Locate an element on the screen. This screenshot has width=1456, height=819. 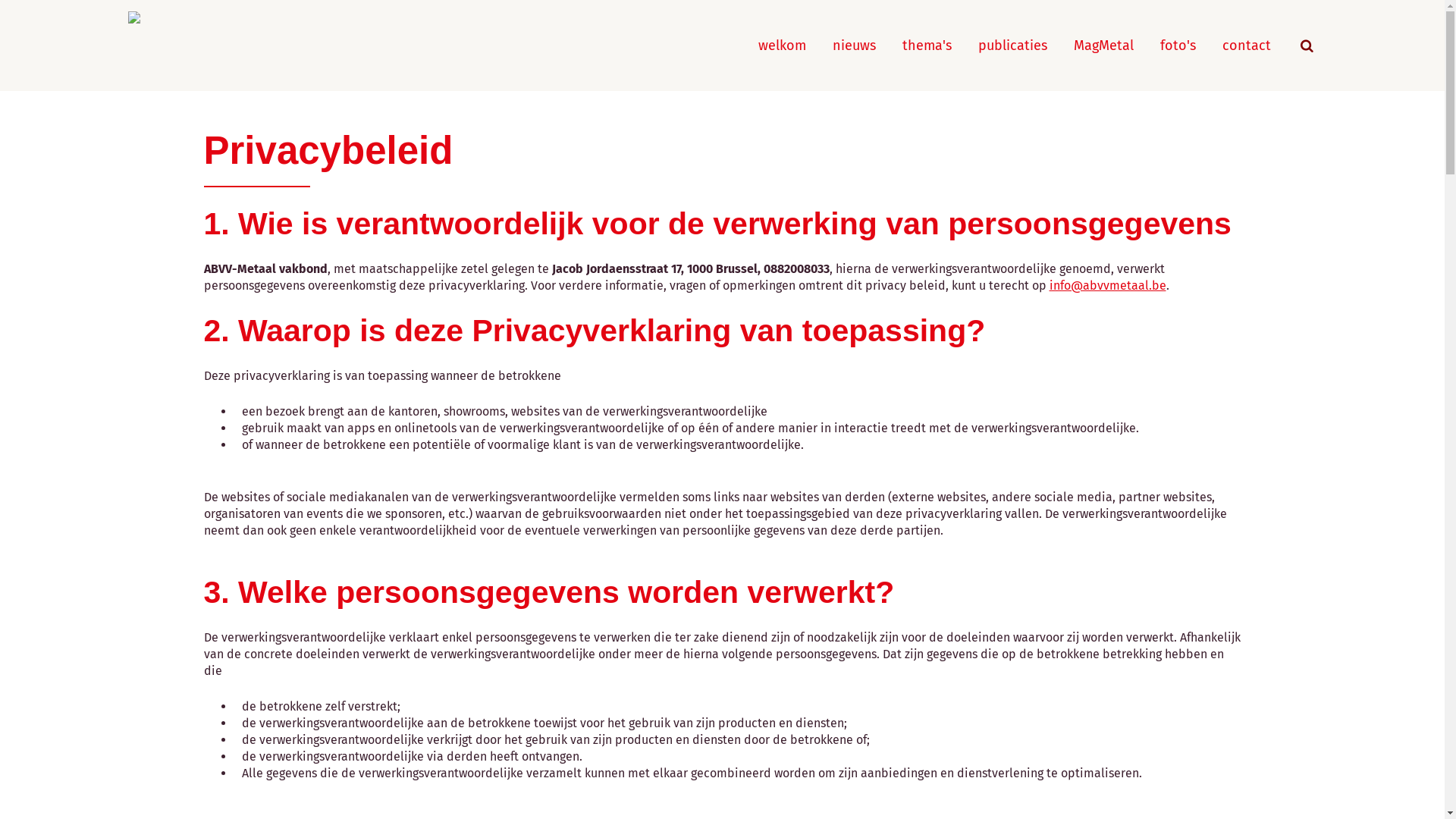
'foto's' is located at coordinates (1177, 45).